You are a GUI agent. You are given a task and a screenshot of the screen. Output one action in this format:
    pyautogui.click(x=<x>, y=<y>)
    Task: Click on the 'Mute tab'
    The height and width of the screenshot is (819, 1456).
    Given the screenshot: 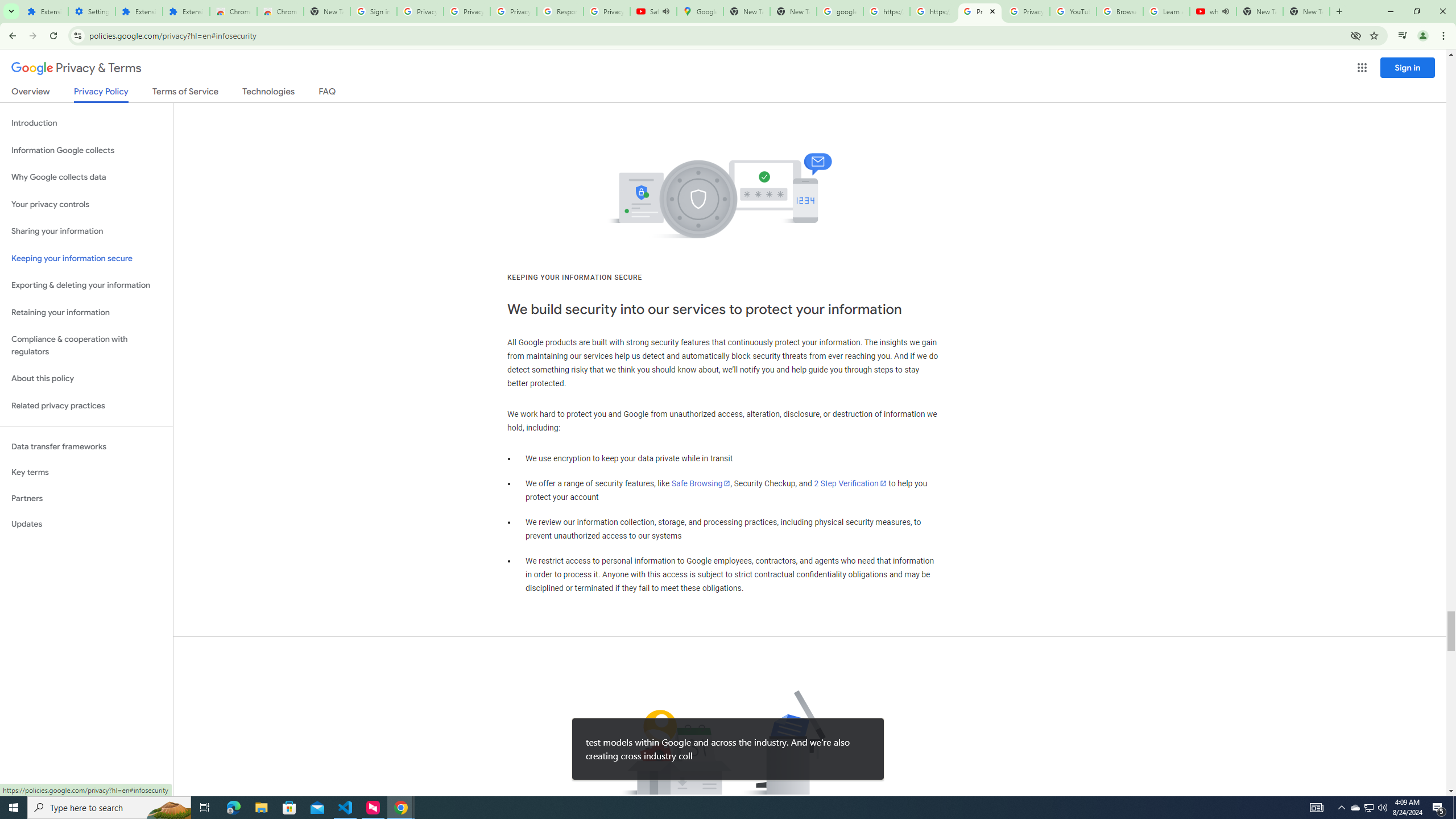 What is the action you would take?
    pyautogui.click(x=1226, y=11)
    